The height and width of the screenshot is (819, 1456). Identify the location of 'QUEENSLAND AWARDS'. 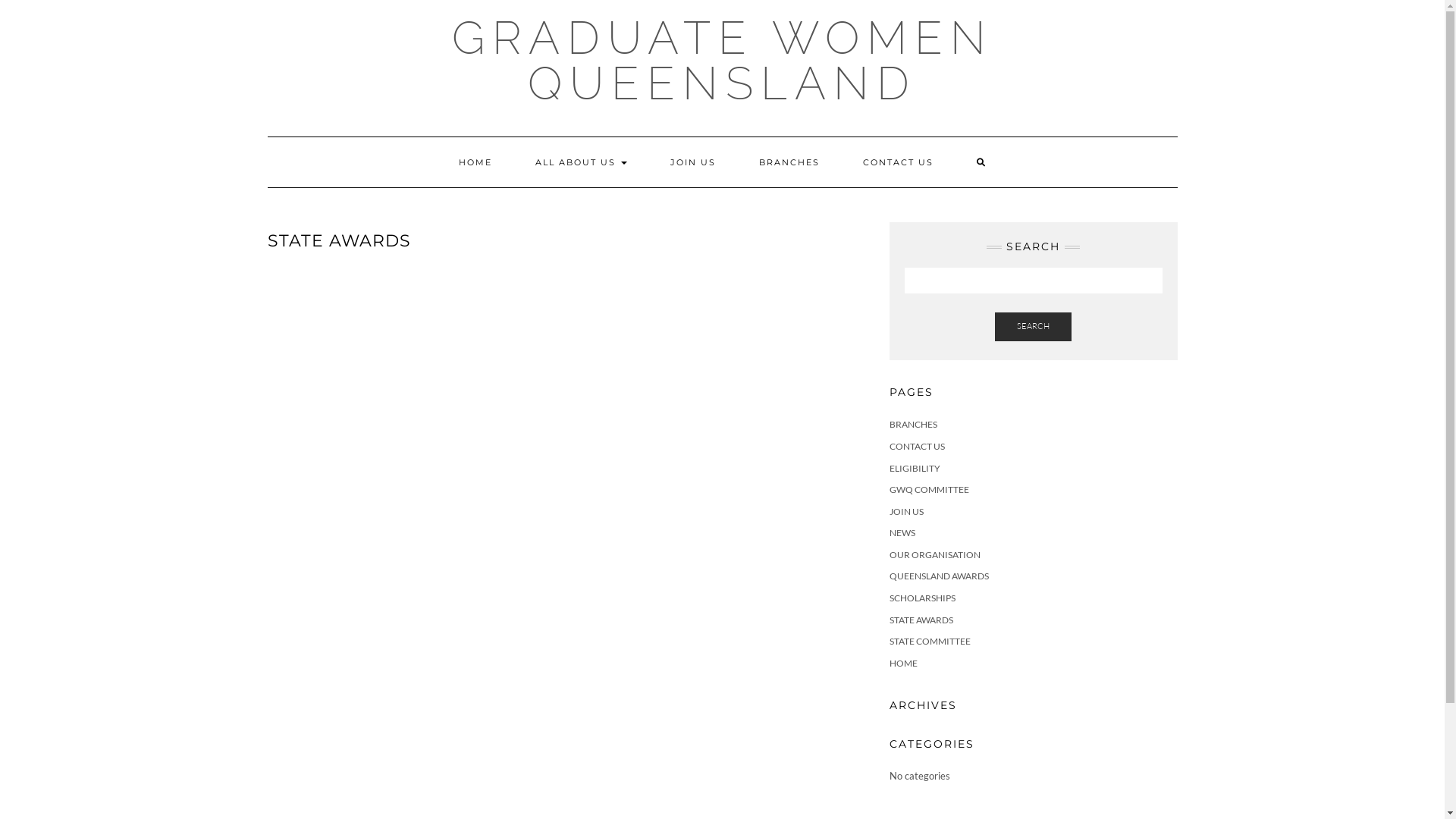
(937, 576).